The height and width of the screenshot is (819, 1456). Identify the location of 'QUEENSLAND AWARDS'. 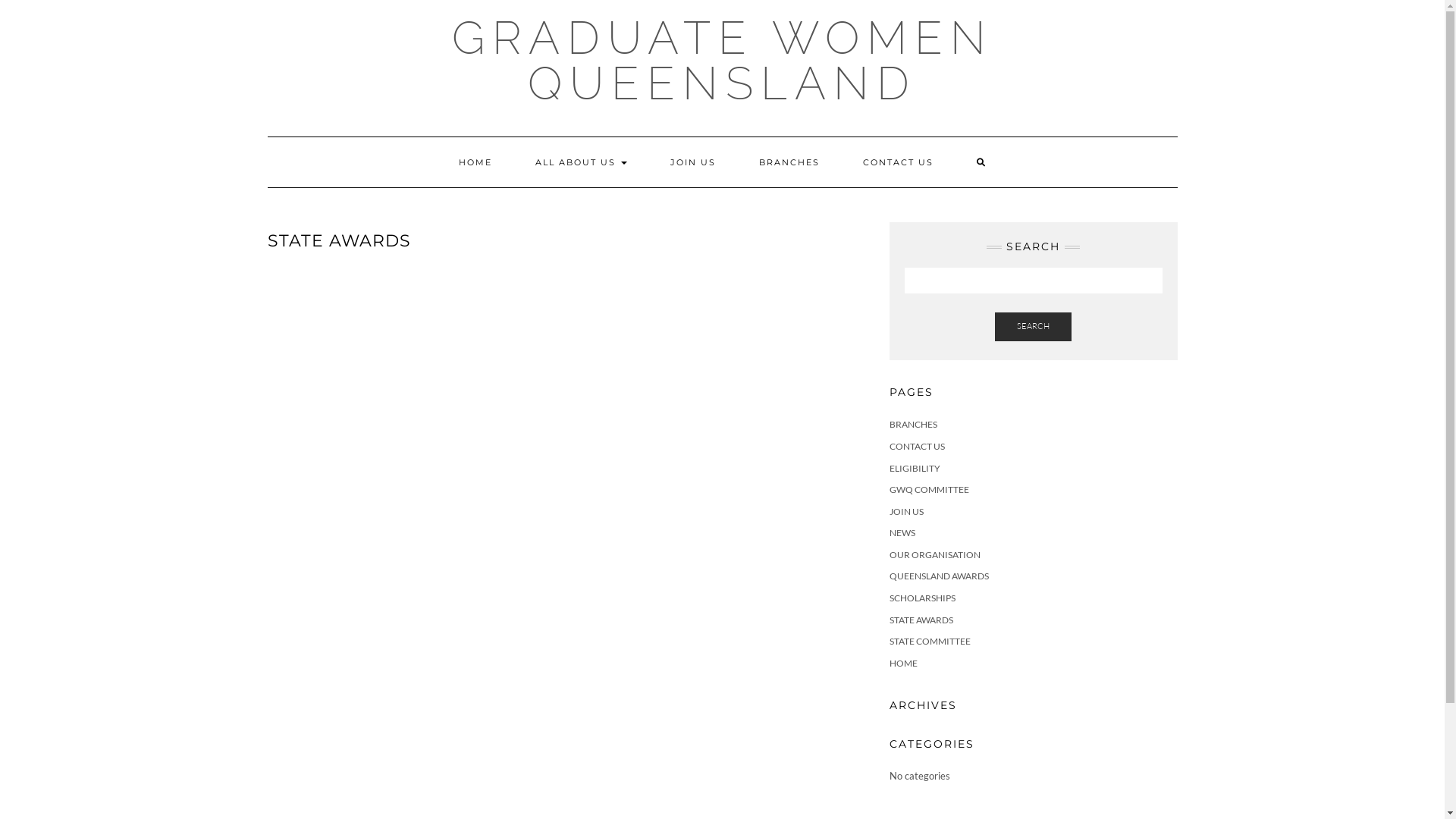
(937, 576).